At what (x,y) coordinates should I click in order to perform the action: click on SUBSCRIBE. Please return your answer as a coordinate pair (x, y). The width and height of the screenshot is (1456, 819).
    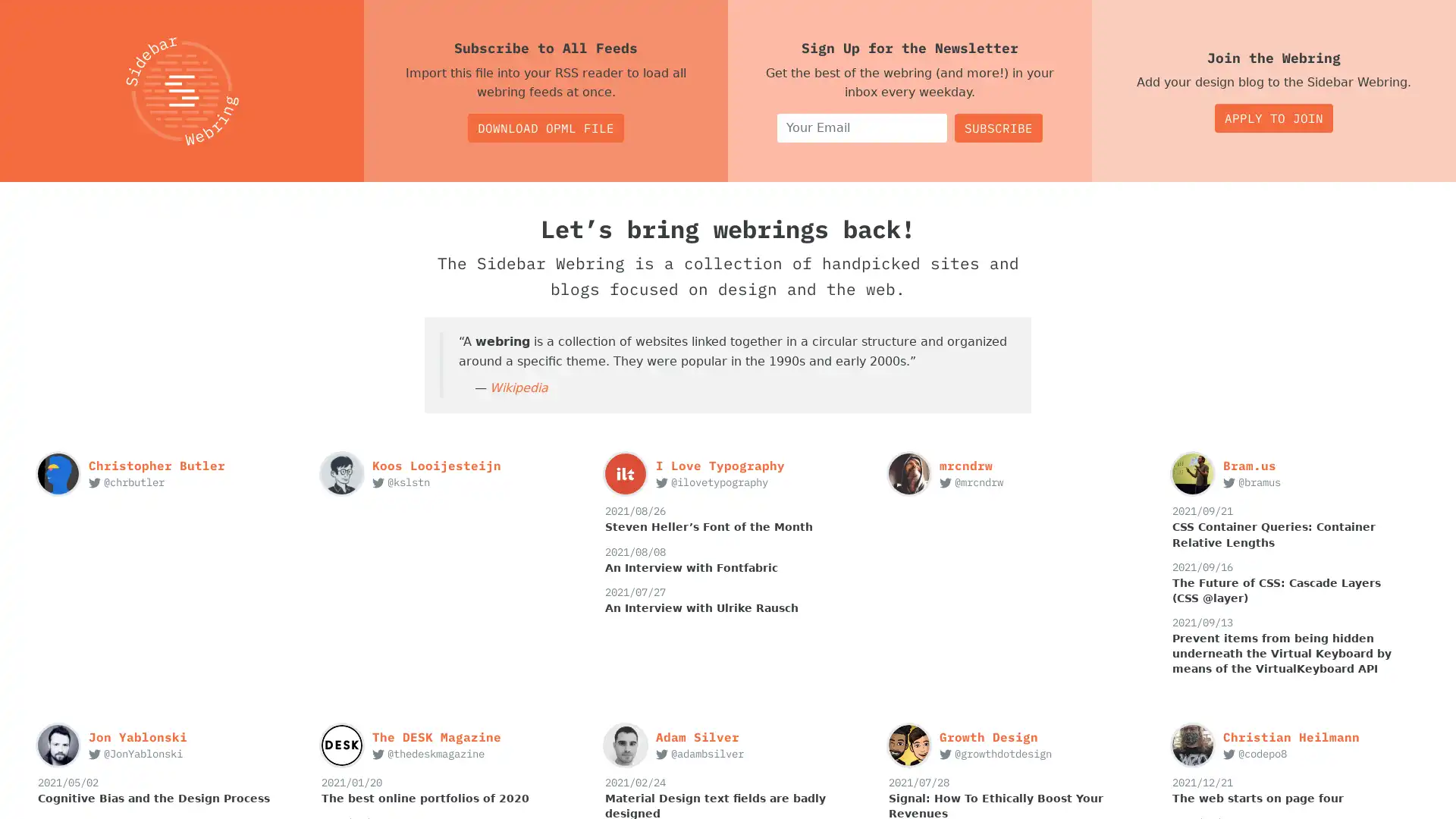
    Looking at the image, I should click on (998, 127).